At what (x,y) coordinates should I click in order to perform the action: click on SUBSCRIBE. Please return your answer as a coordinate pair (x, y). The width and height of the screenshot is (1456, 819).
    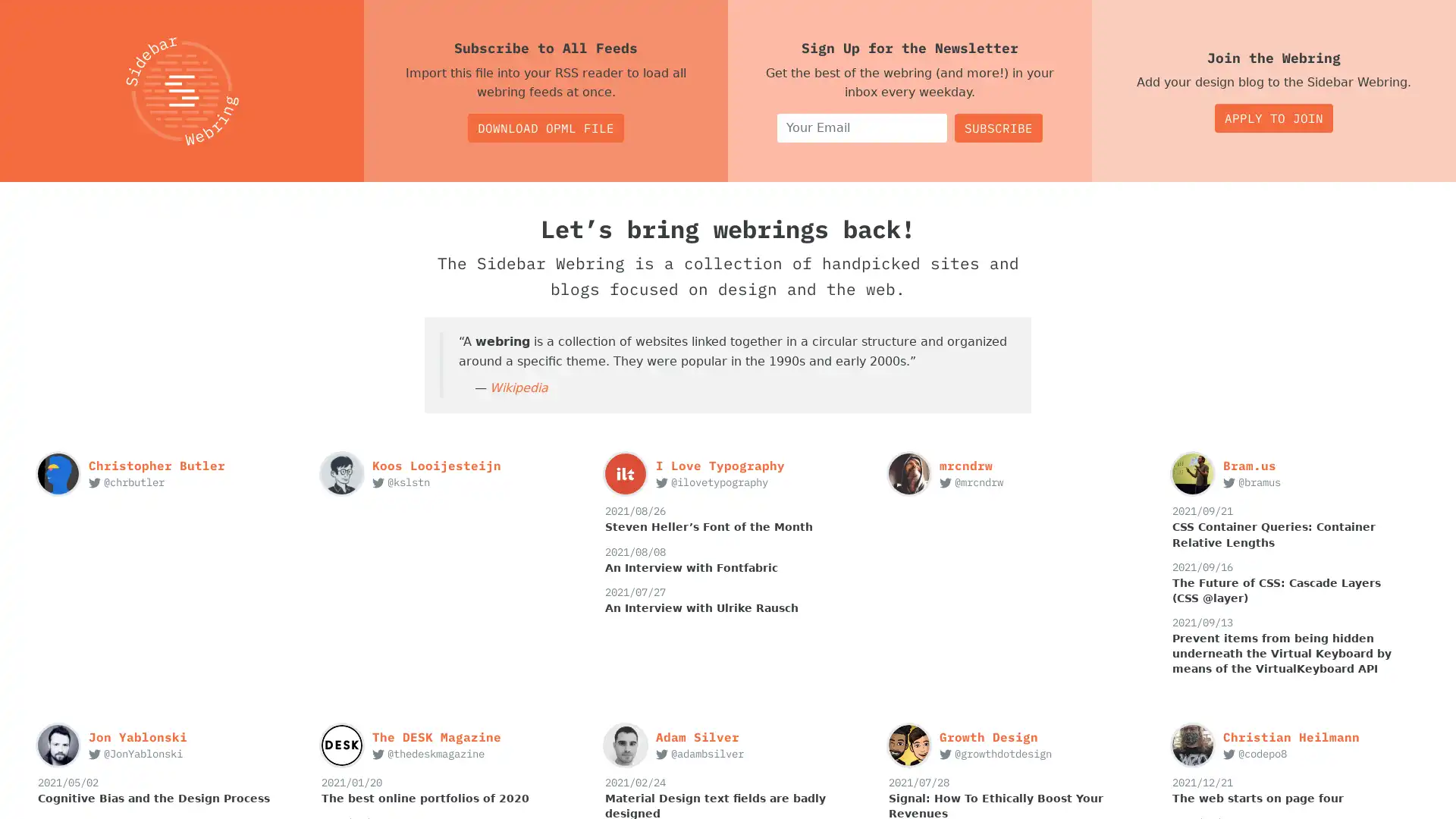
    Looking at the image, I should click on (998, 127).